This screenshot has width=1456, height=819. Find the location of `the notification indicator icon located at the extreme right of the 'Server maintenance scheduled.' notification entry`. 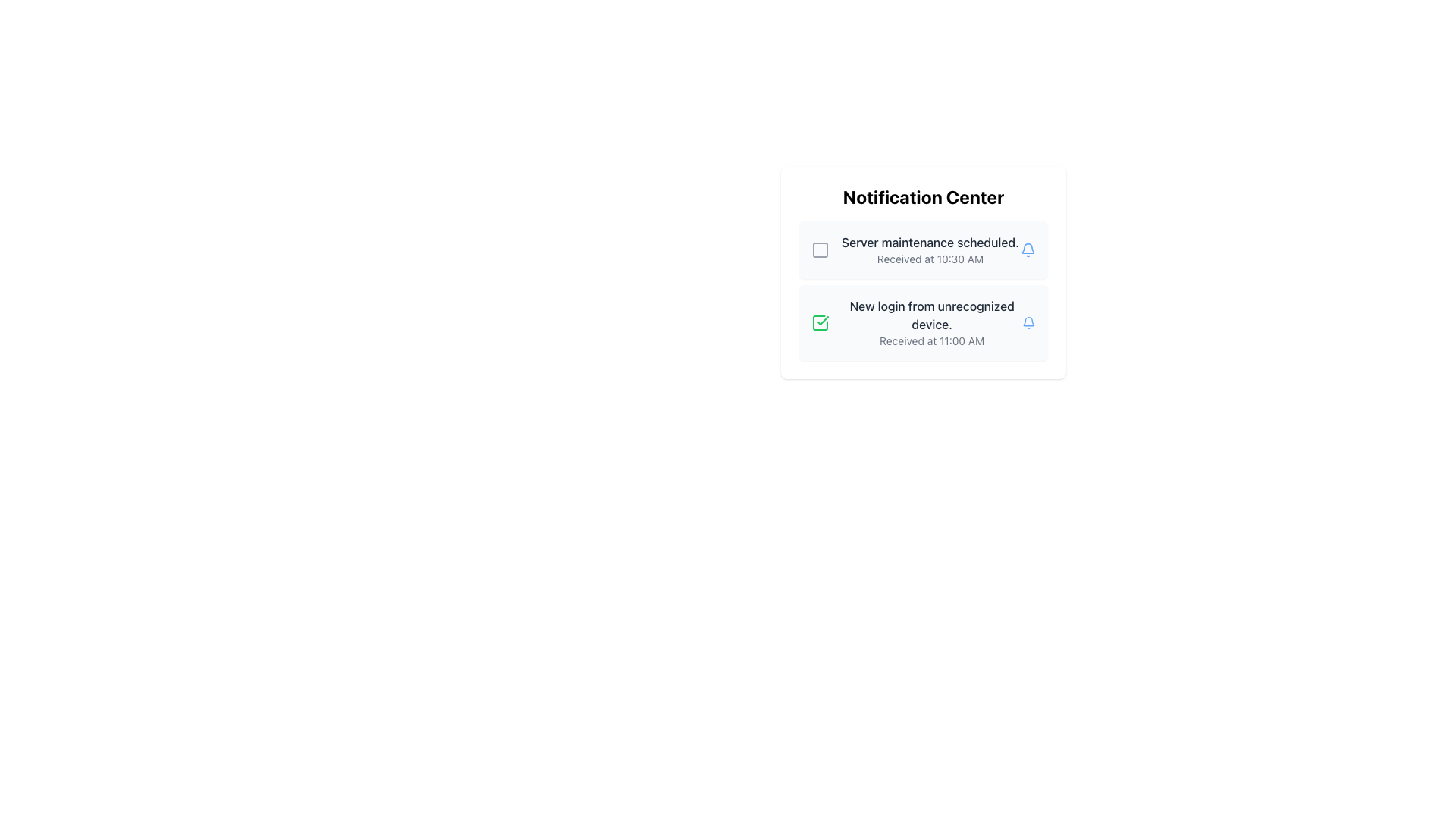

the notification indicator icon located at the extreme right of the 'Server maintenance scheduled.' notification entry is located at coordinates (1028, 249).